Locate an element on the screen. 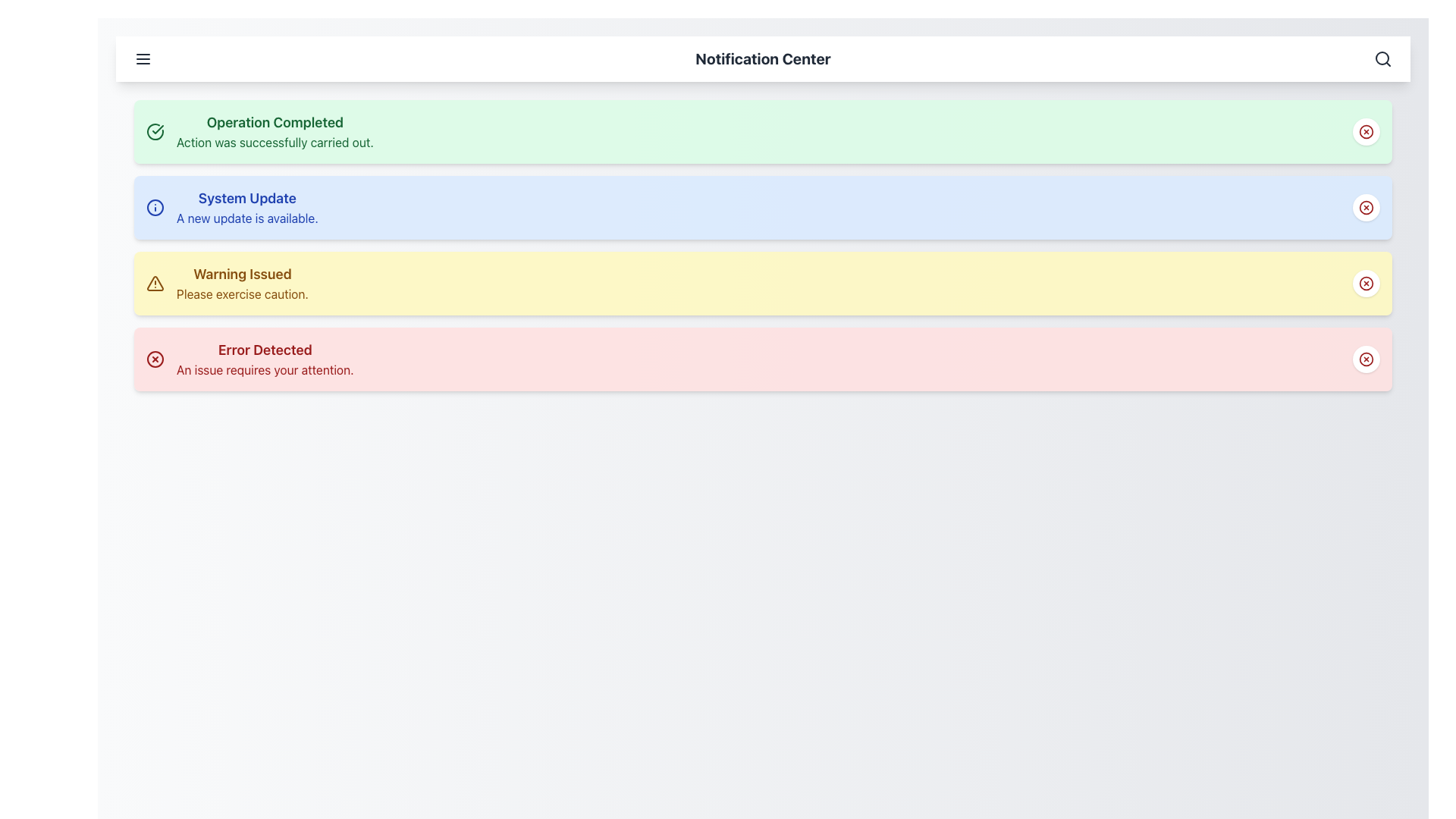 The width and height of the screenshot is (1456, 819). message displayed in the text element that says 'Action was successfully carried out.' It is styled in green text and is part of the notification panel below the title 'Operation Completed.' is located at coordinates (275, 143).